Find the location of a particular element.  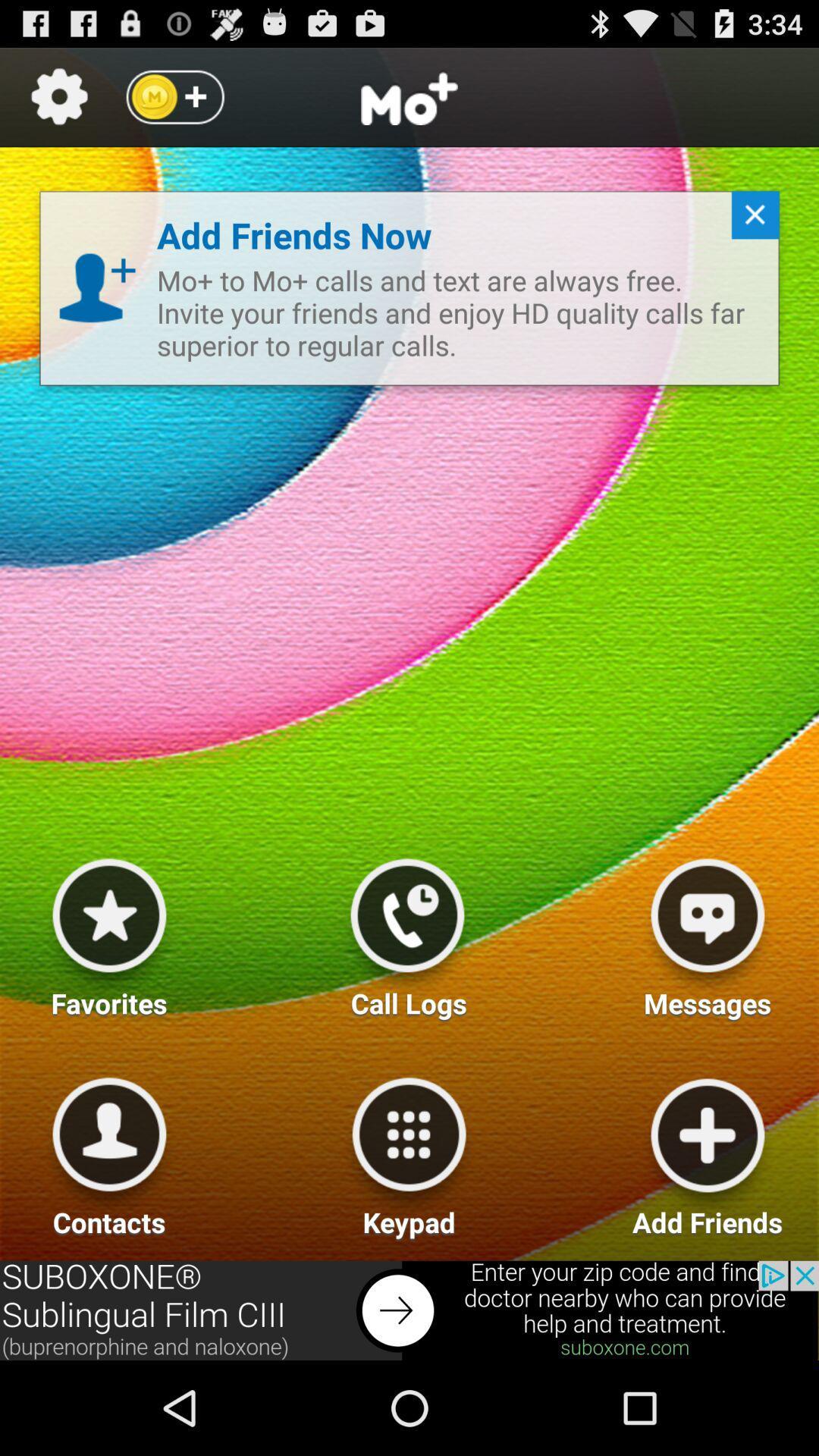

close is located at coordinates (748, 221).